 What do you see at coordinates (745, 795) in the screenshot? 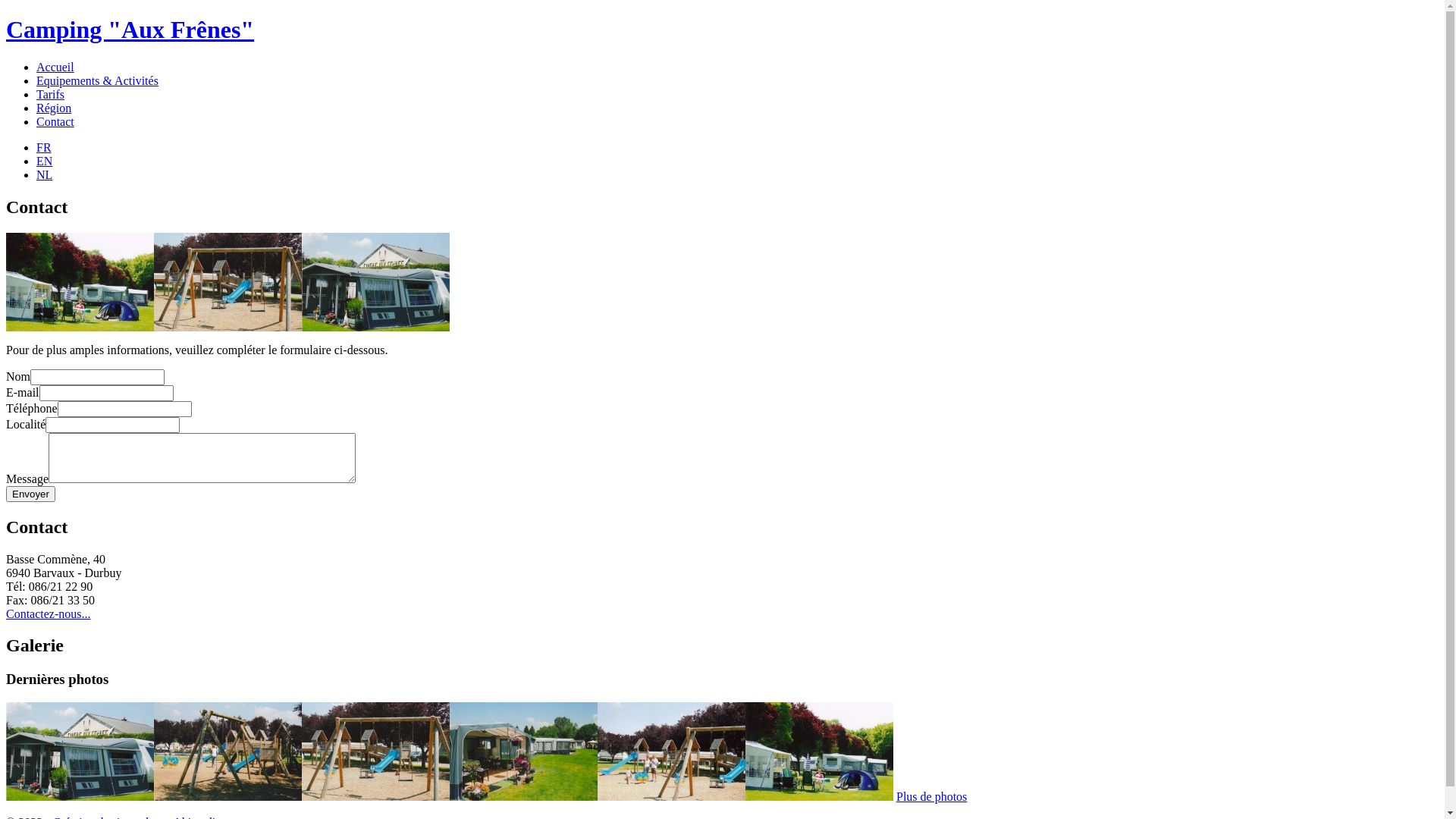
I see `'Aire de camping'` at bounding box center [745, 795].